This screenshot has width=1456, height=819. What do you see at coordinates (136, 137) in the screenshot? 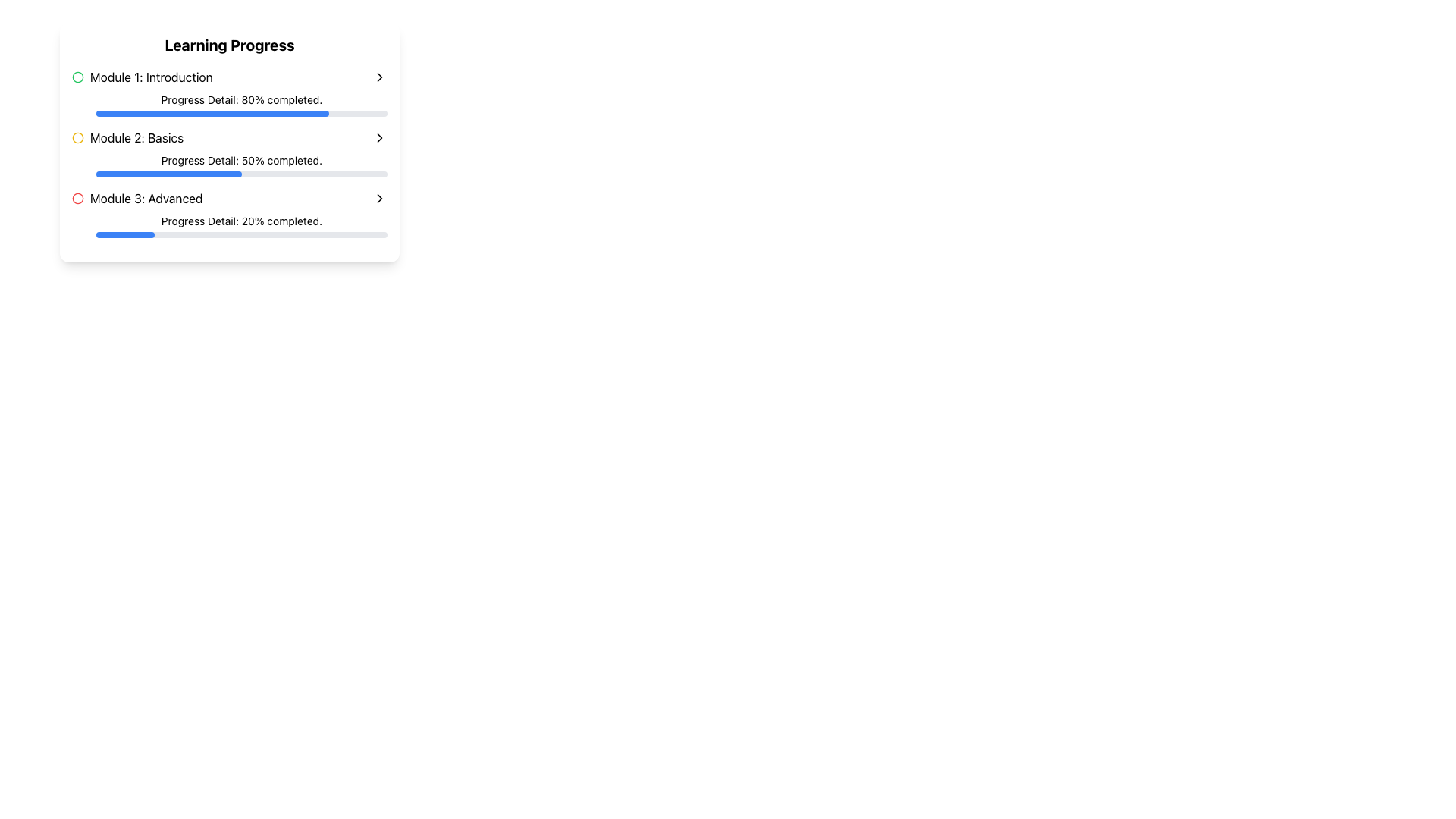
I see `the text label that reads 'Module 2: Basics.' which is part of a vertical list of modules, positioned between 'Module 1: Introduction' and 'Module 3: Advanced.'` at bounding box center [136, 137].